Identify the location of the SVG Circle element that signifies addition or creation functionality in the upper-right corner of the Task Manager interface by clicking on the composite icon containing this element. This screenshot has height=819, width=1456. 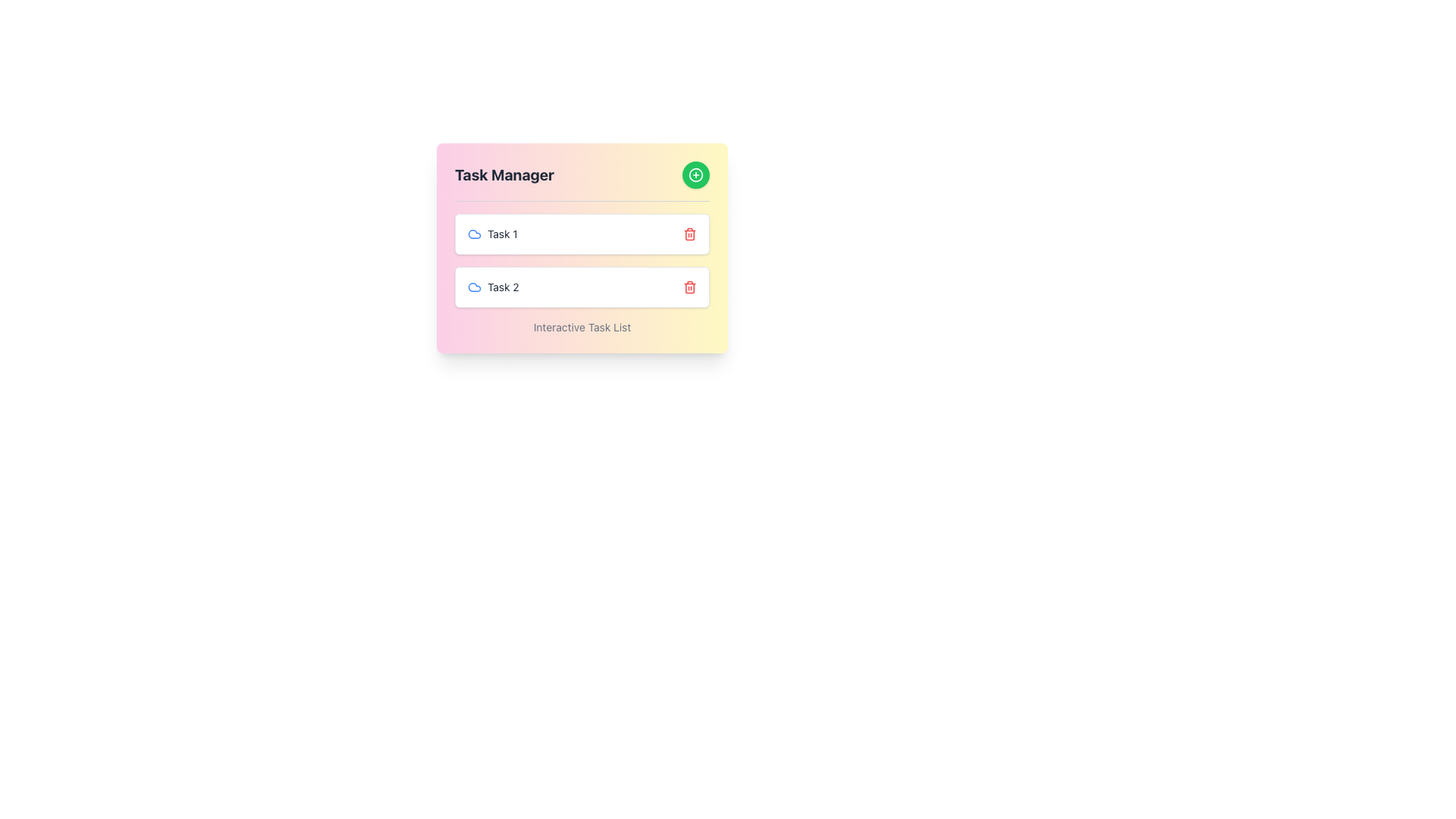
(695, 174).